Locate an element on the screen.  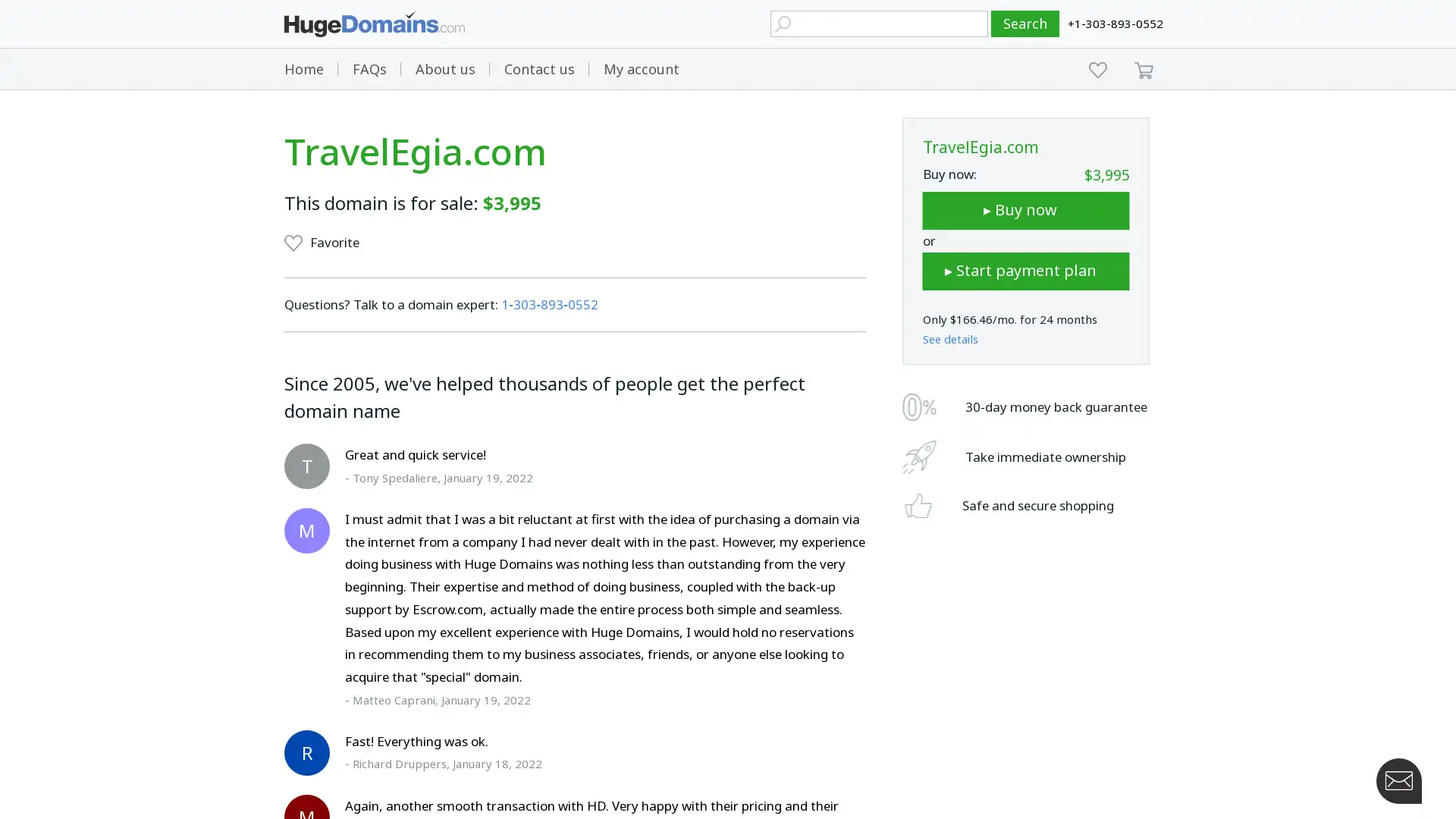
Search is located at coordinates (1025, 24).